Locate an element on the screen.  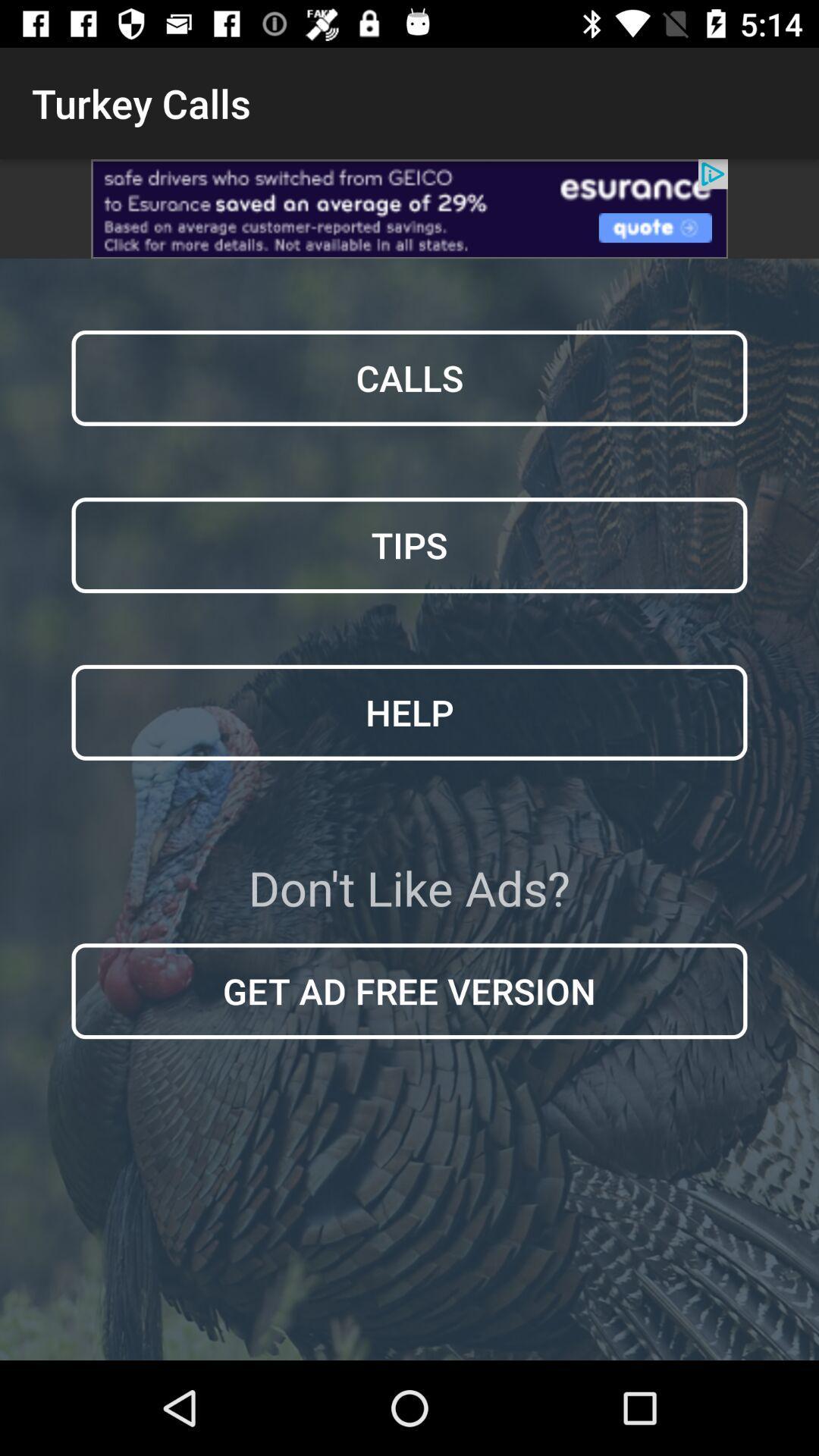
view advertisements options is located at coordinates (409, 208).